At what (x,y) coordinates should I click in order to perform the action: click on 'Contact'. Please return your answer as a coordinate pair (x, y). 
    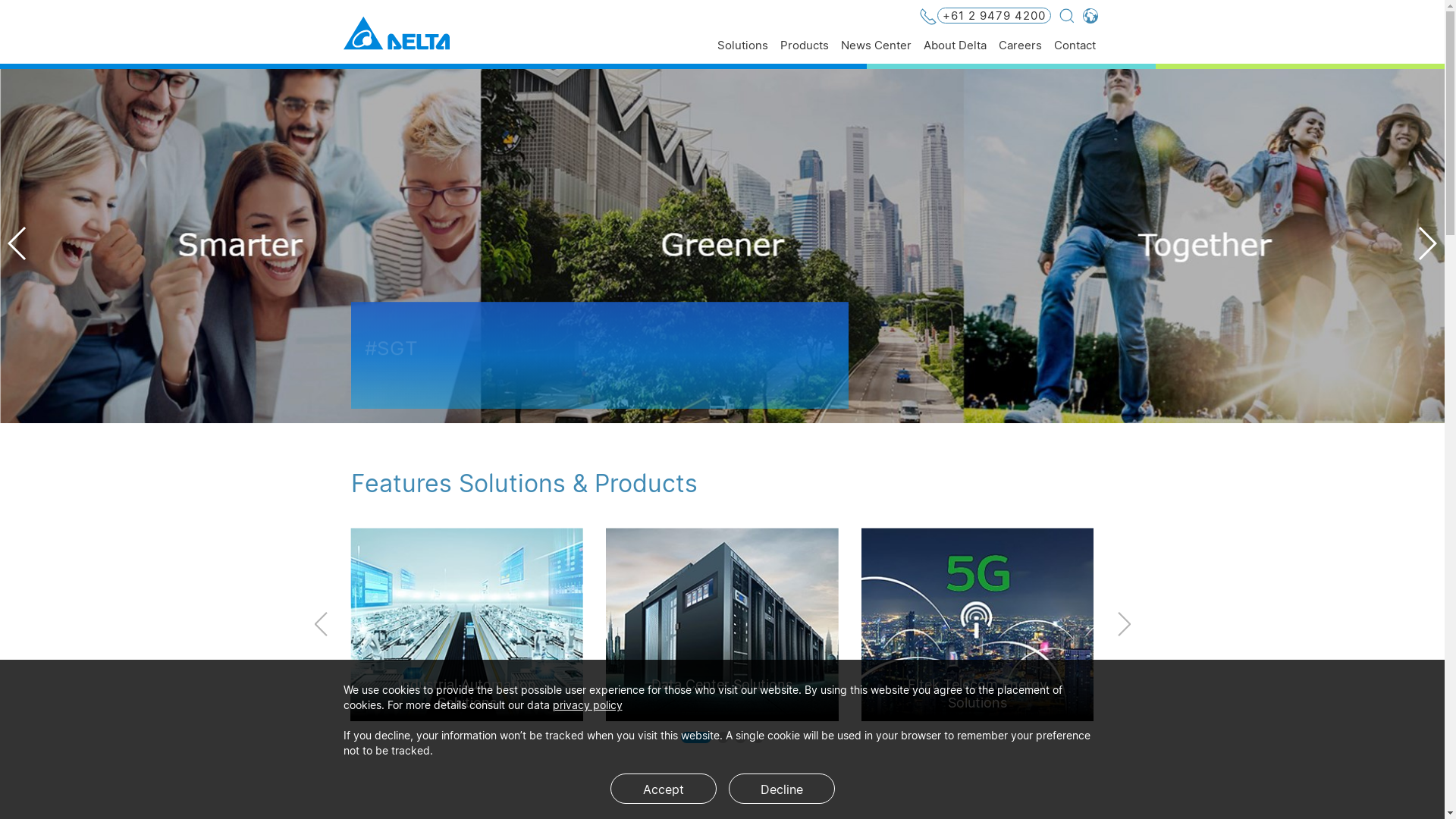
    Looking at the image, I should click on (1074, 51).